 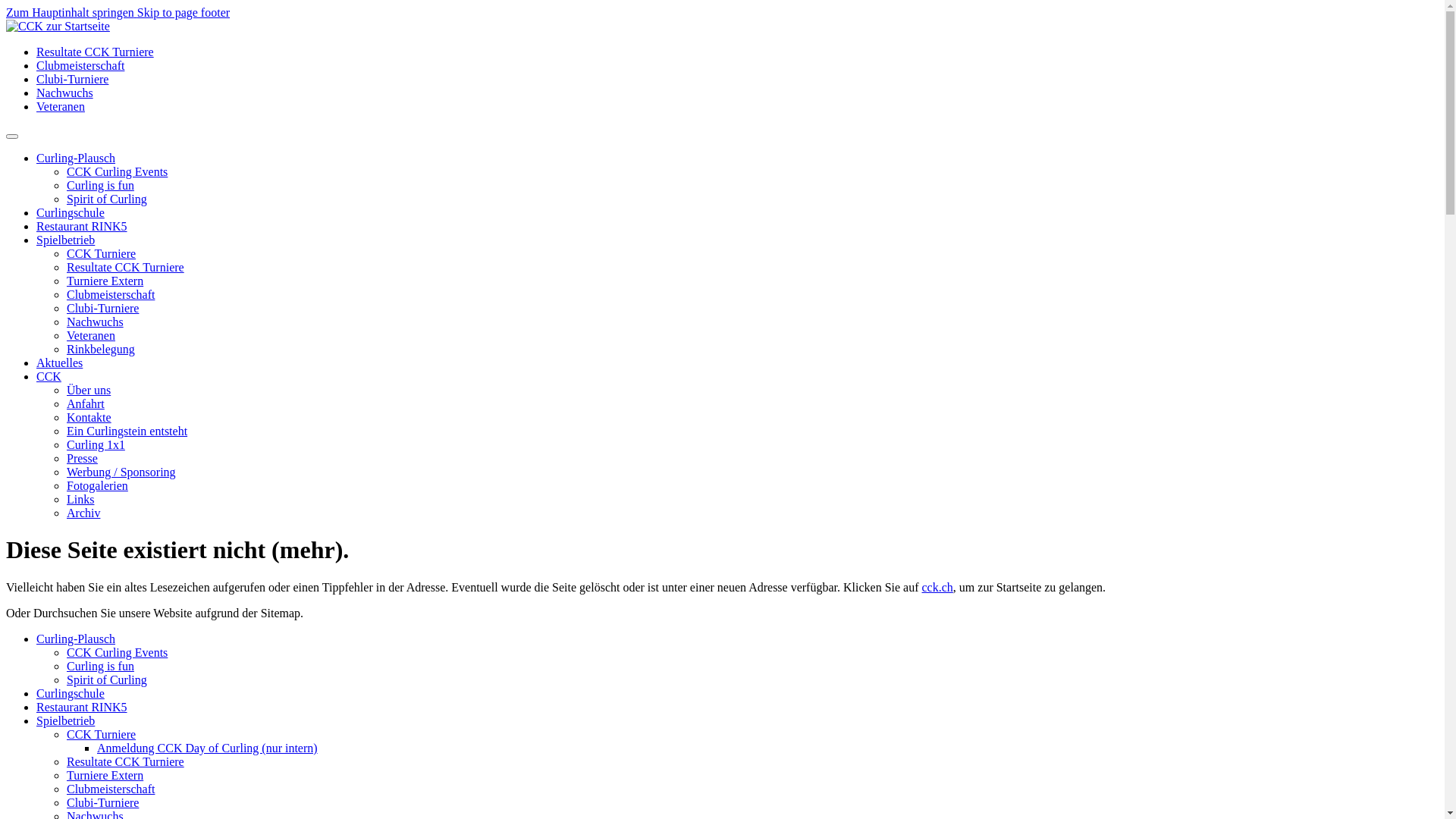 What do you see at coordinates (937, 586) in the screenshot?
I see `'cck.ch'` at bounding box center [937, 586].